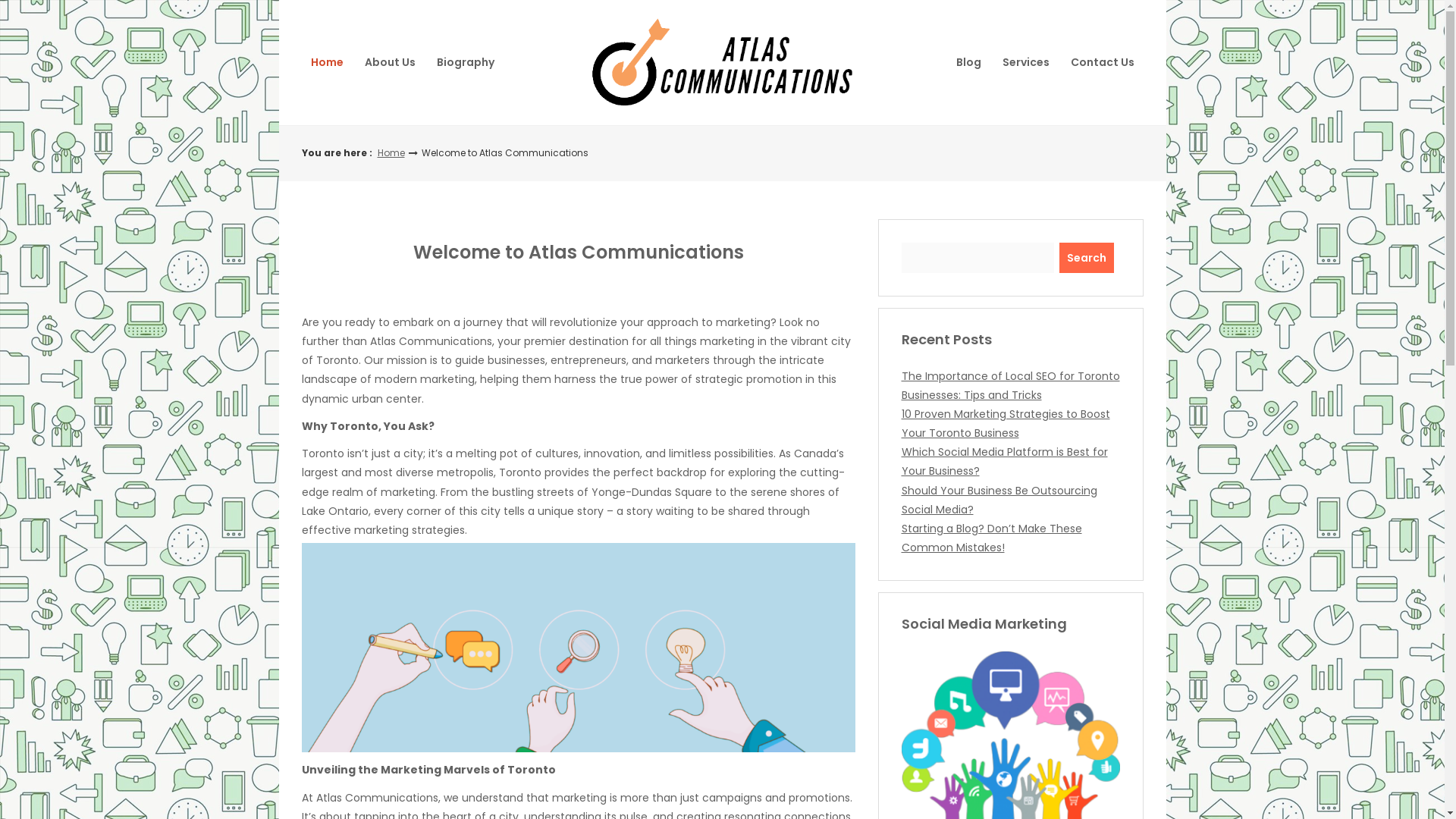 The height and width of the screenshot is (819, 1456). Describe the element at coordinates (1086, 256) in the screenshot. I see `'Search'` at that location.